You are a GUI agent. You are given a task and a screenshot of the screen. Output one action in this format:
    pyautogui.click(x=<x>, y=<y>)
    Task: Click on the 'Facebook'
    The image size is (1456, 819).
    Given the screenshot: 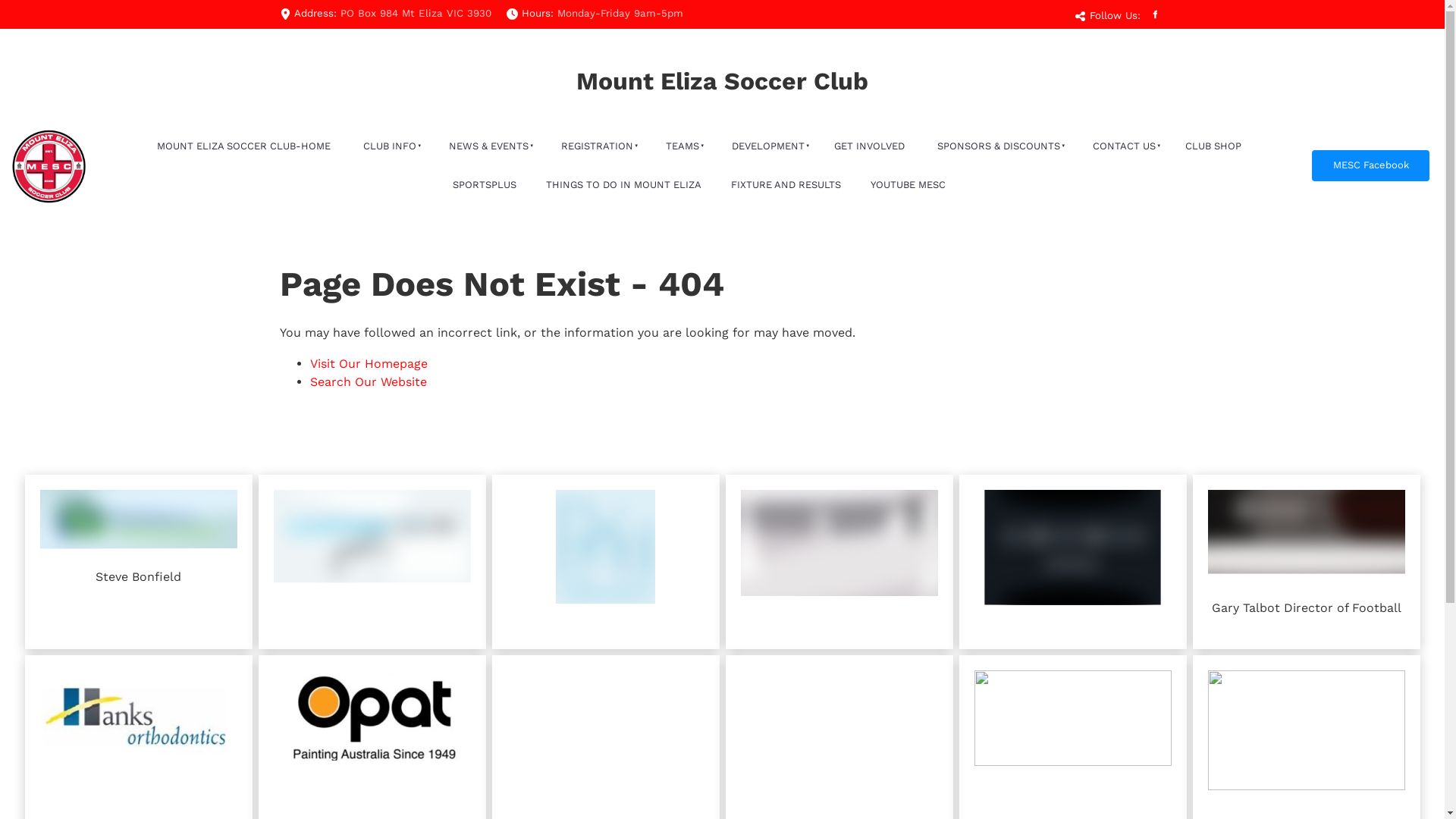 What is the action you would take?
    pyautogui.click(x=1153, y=14)
    